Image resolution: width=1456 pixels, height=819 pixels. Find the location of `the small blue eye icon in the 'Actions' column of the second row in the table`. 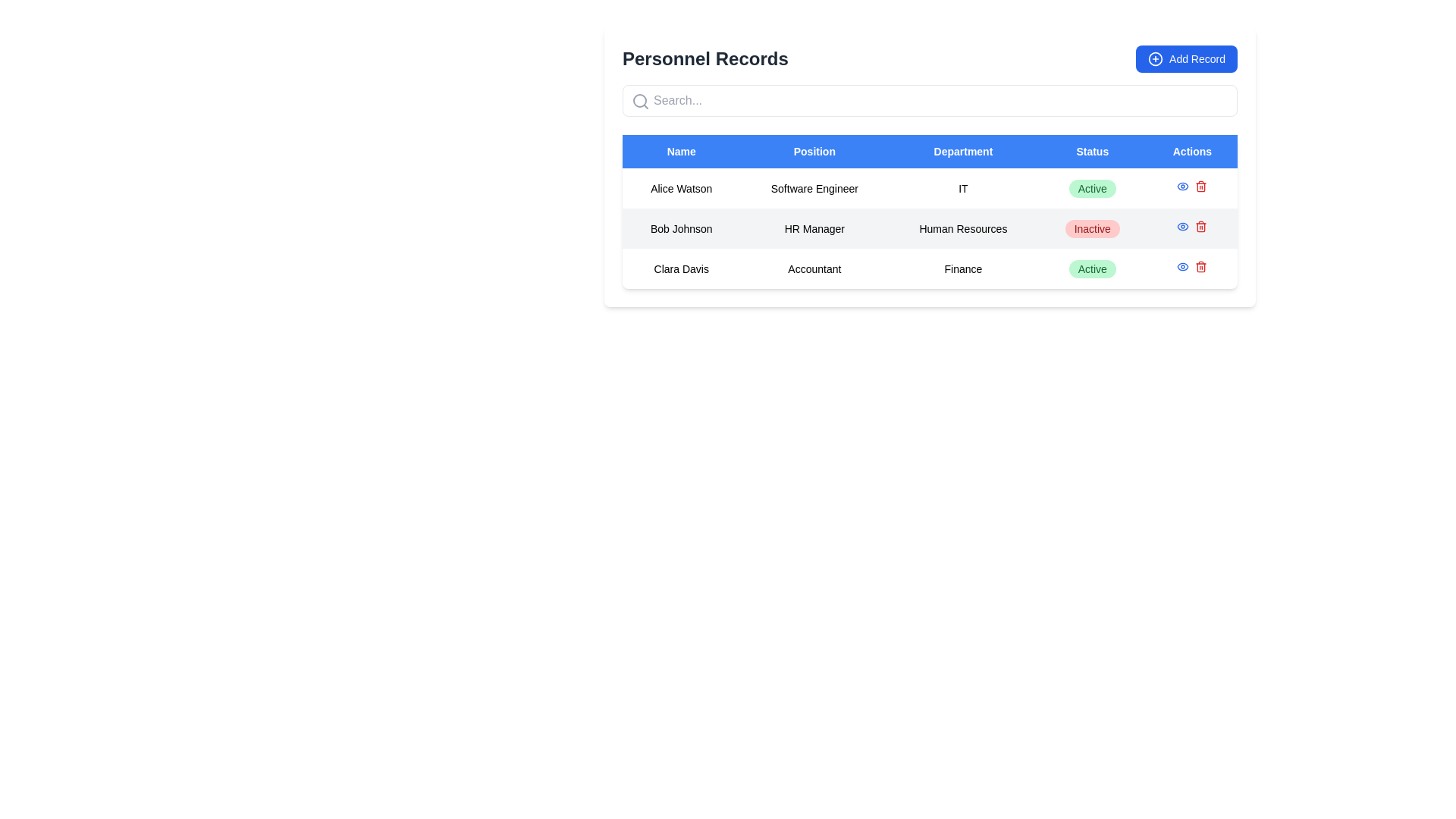

the small blue eye icon in the 'Actions' column of the second row in the table is located at coordinates (1182, 227).